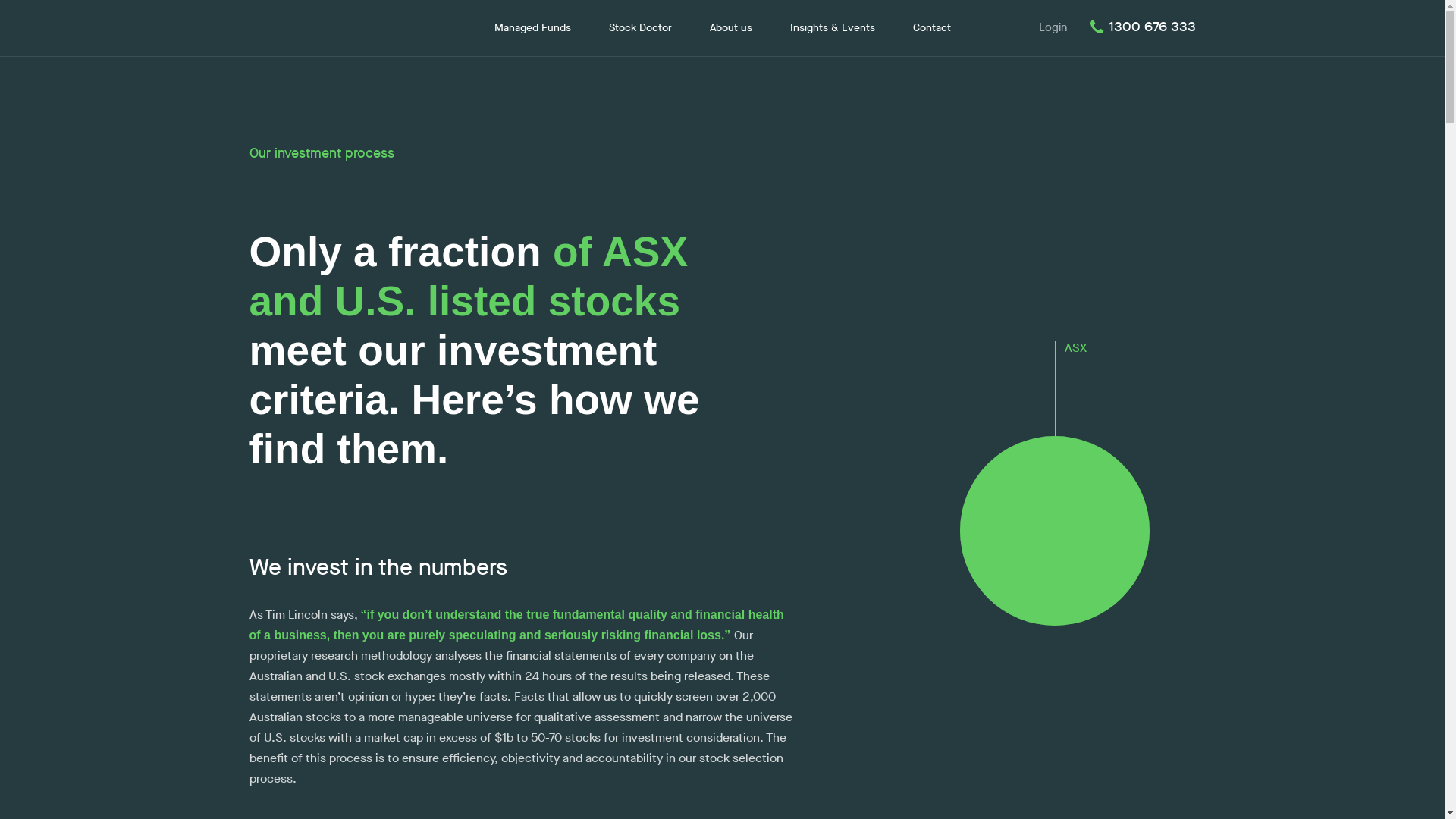  Describe the element at coordinates (930, 28) in the screenshot. I see `'Contact'` at that location.